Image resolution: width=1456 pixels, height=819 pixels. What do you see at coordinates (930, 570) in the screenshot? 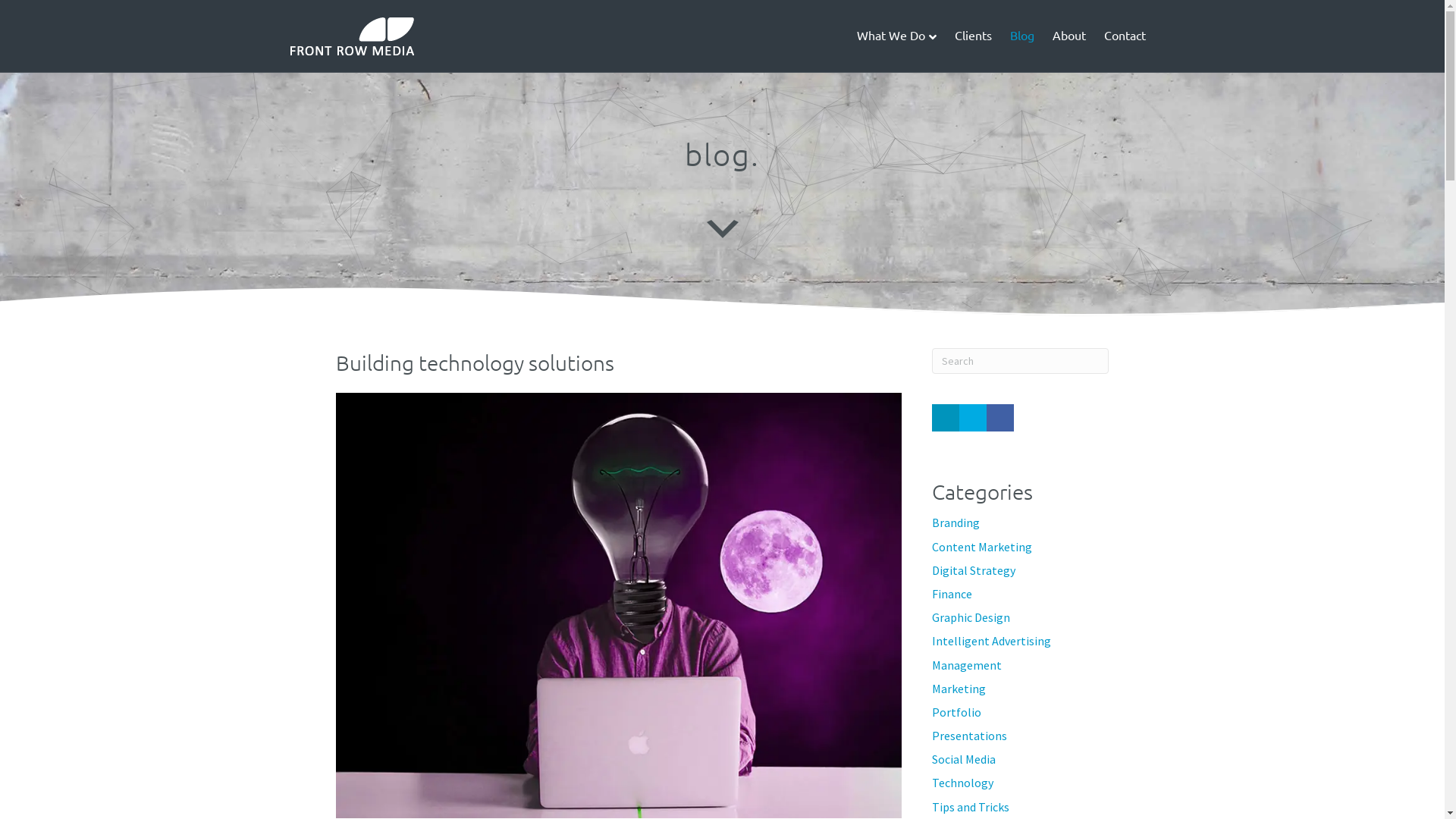
I see `'Digital Strategy'` at bounding box center [930, 570].